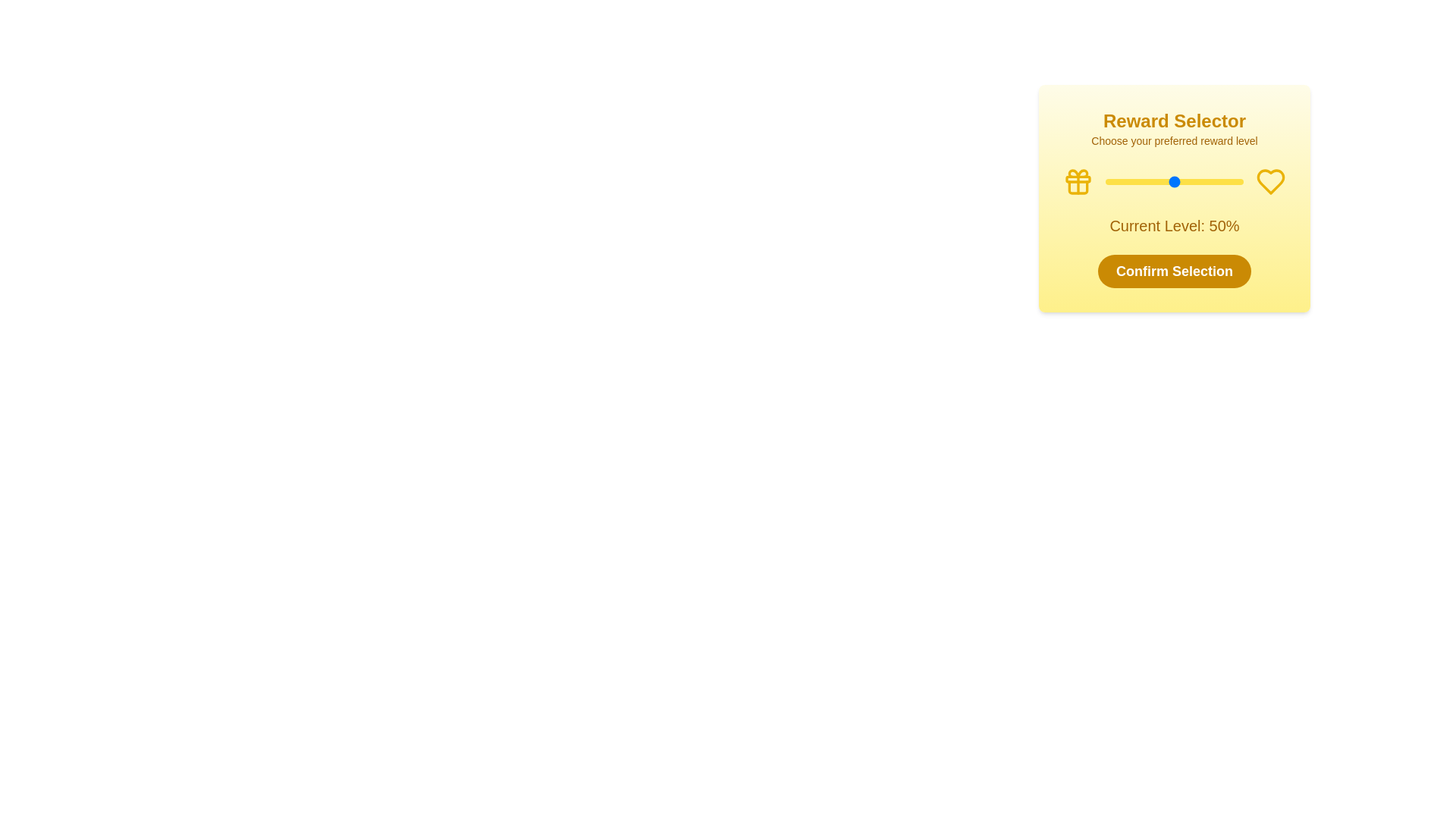 The width and height of the screenshot is (1456, 819). I want to click on the reward level, so click(1171, 180).